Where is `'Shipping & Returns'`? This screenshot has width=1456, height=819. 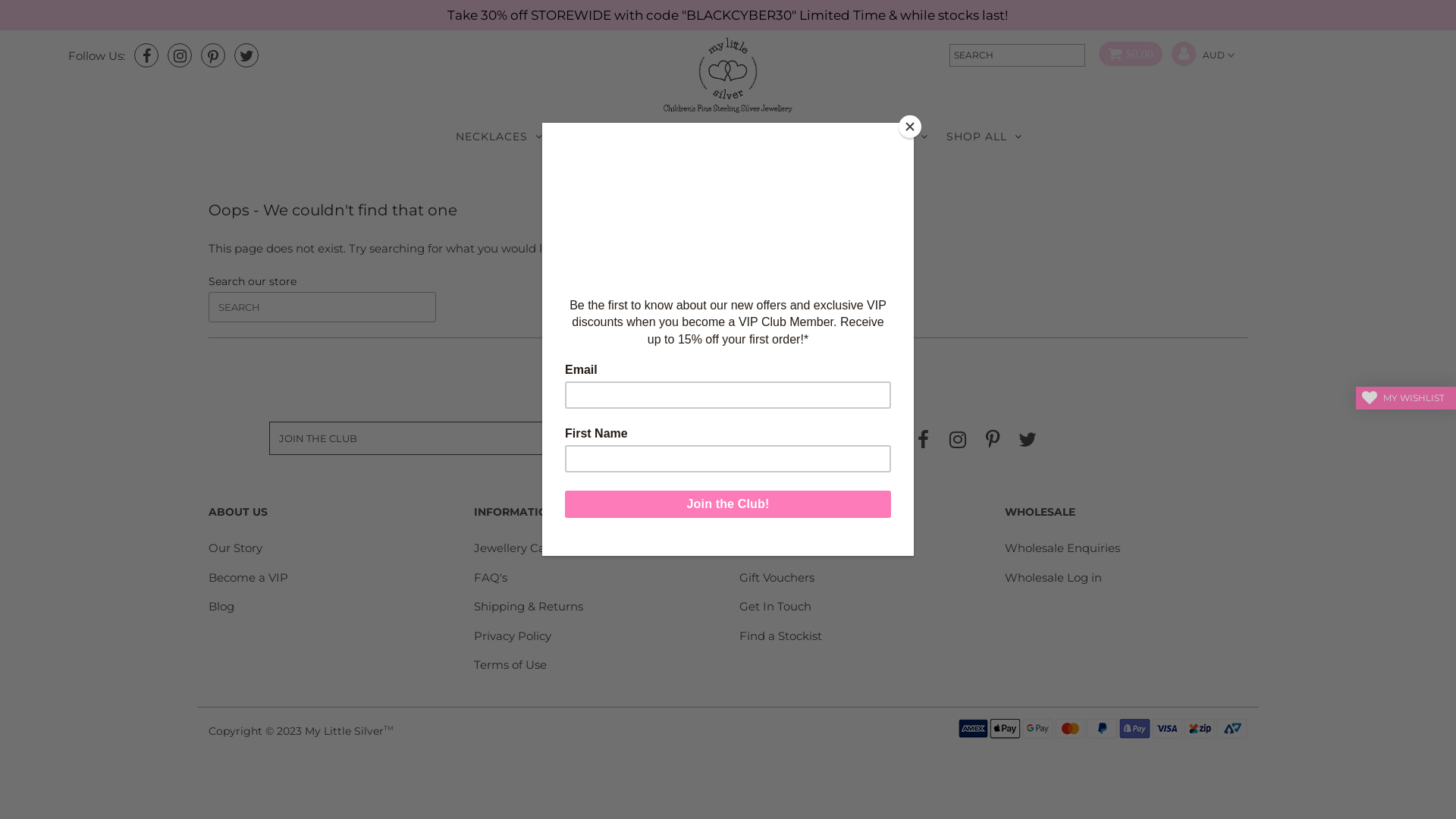 'Shipping & Returns' is located at coordinates (528, 605).